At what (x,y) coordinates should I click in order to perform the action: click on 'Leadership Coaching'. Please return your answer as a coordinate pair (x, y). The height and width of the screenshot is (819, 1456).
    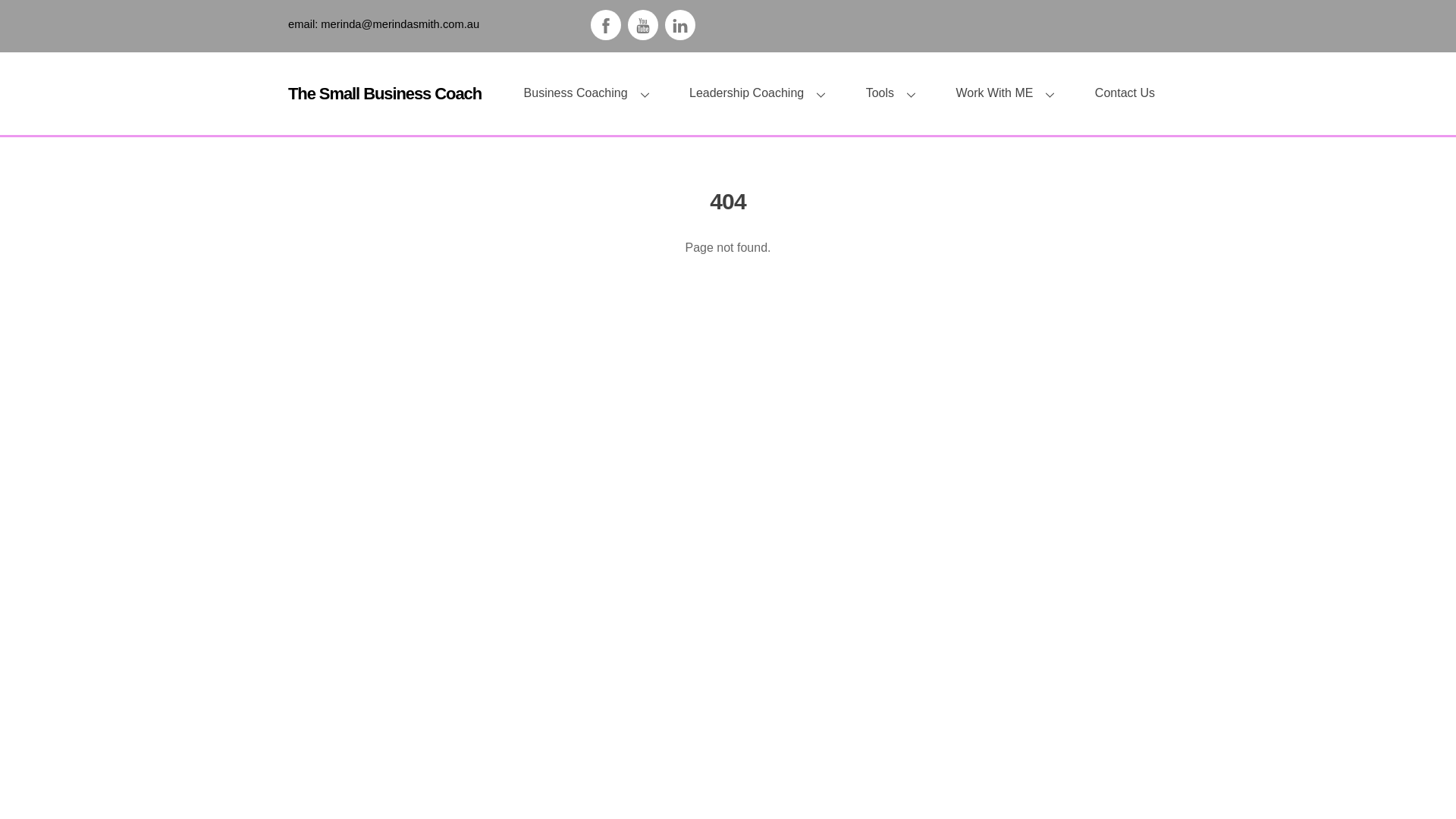
    Looking at the image, I should click on (763, 93).